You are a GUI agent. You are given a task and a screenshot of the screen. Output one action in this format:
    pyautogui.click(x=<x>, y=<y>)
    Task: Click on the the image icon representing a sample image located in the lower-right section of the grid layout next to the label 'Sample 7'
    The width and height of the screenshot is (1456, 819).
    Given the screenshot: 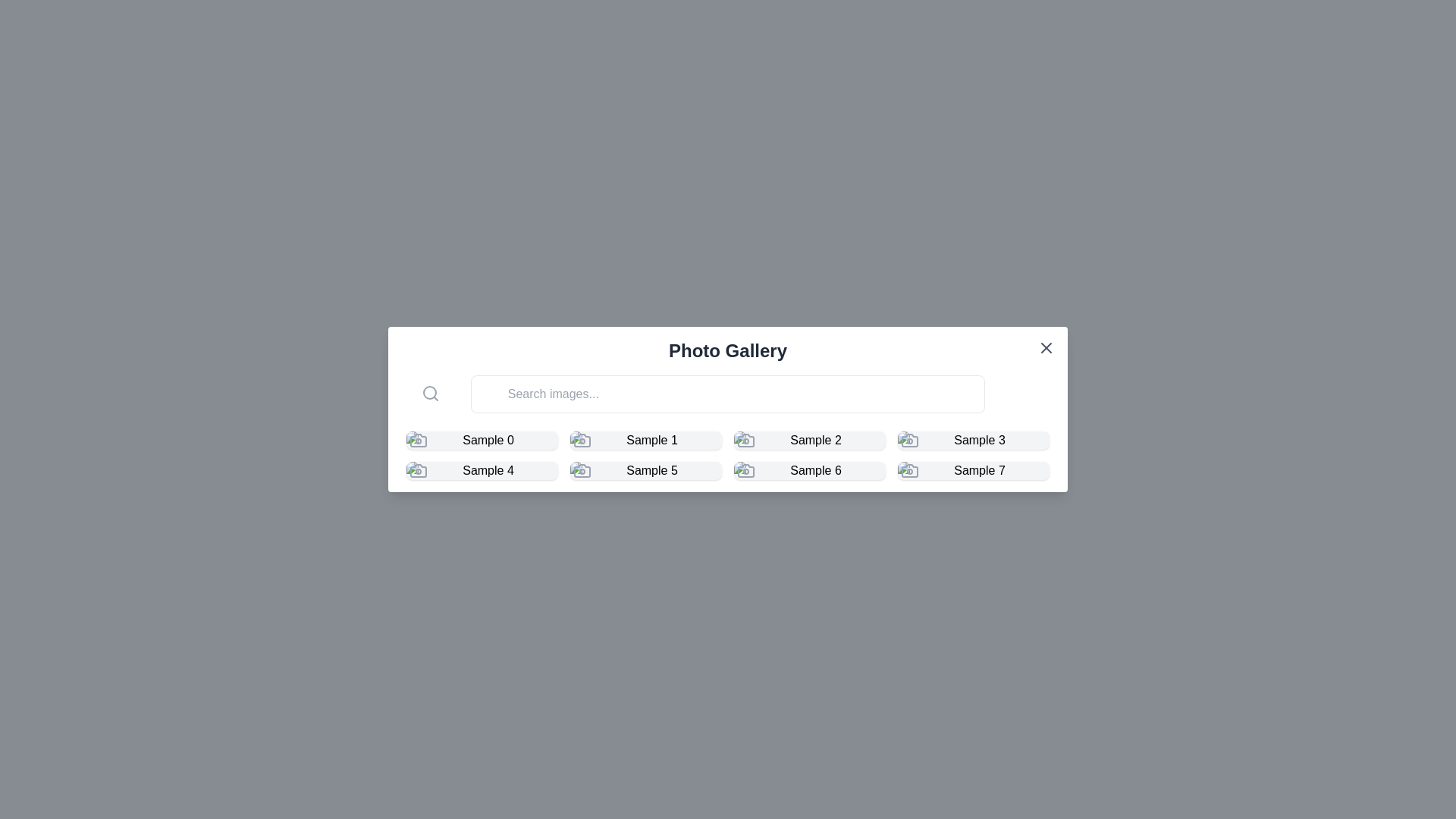 What is the action you would take?
    pyautogui.click(x=910, y=470)
    